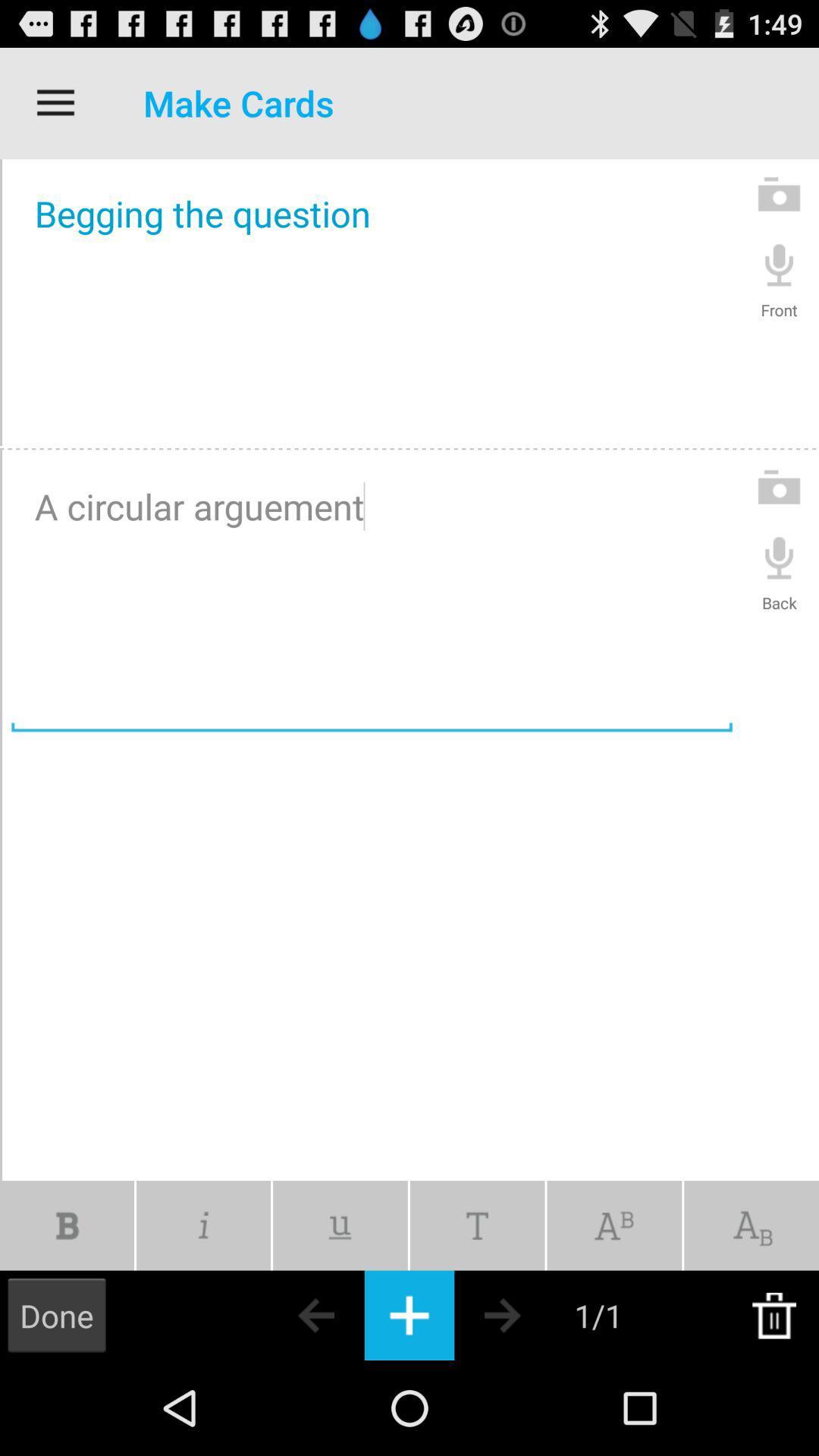 This screenshot has width=819, height=1456. I want to click on delete note, so click(773, 1314).